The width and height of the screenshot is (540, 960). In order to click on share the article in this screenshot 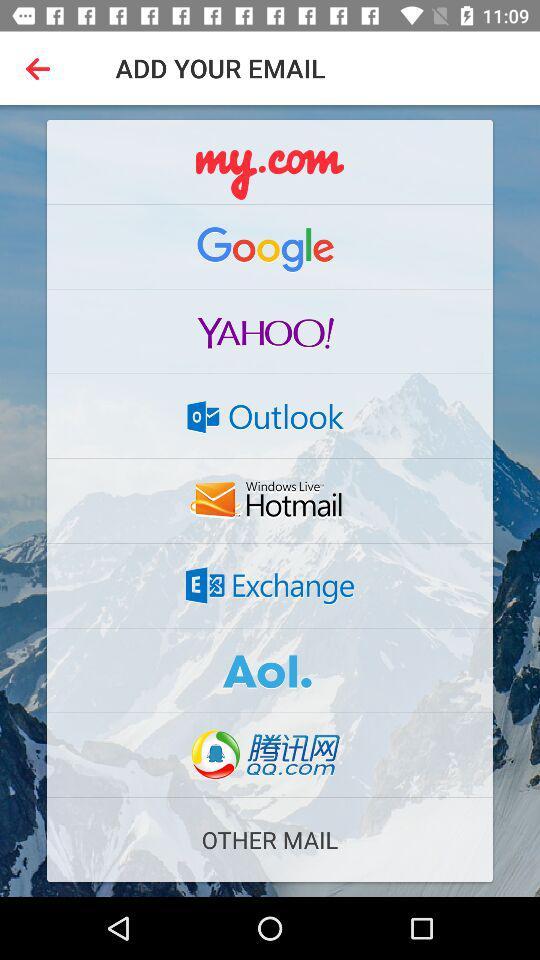, I will do `click(270, 585)`.